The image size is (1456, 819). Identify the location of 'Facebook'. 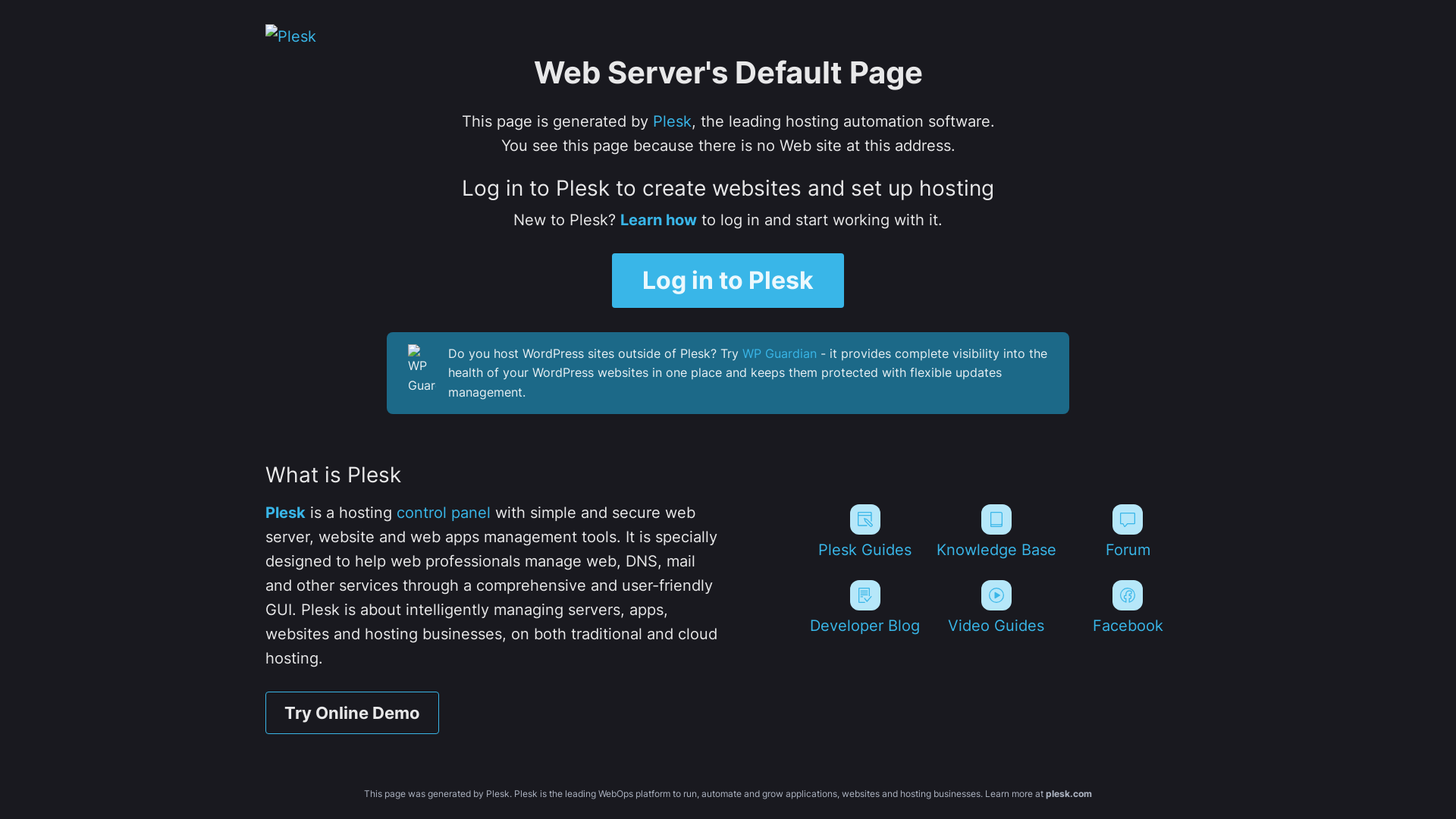
(1065, 607).